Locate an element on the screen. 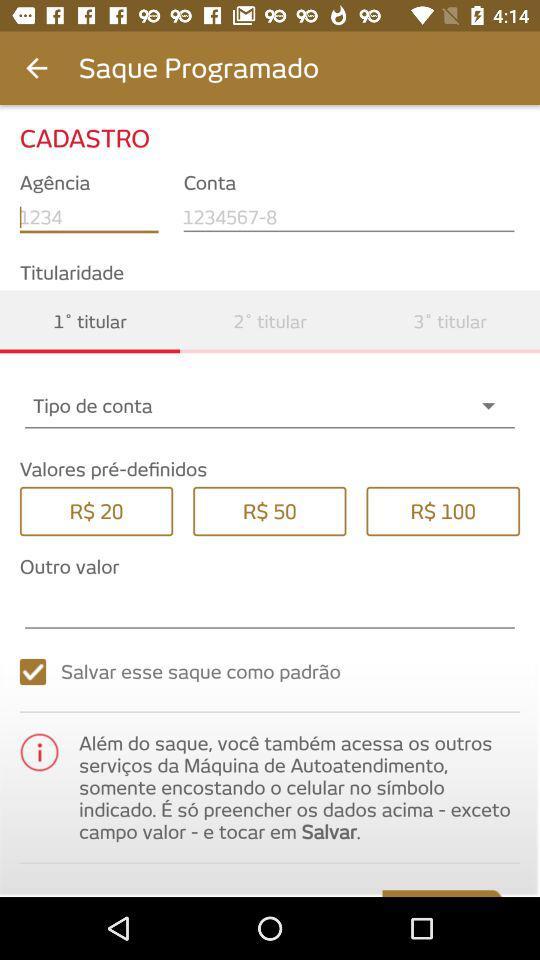 The width and height of the screenshot is (540, 960). the button above the text valores predefinidos is located at coordinates (270, 404).